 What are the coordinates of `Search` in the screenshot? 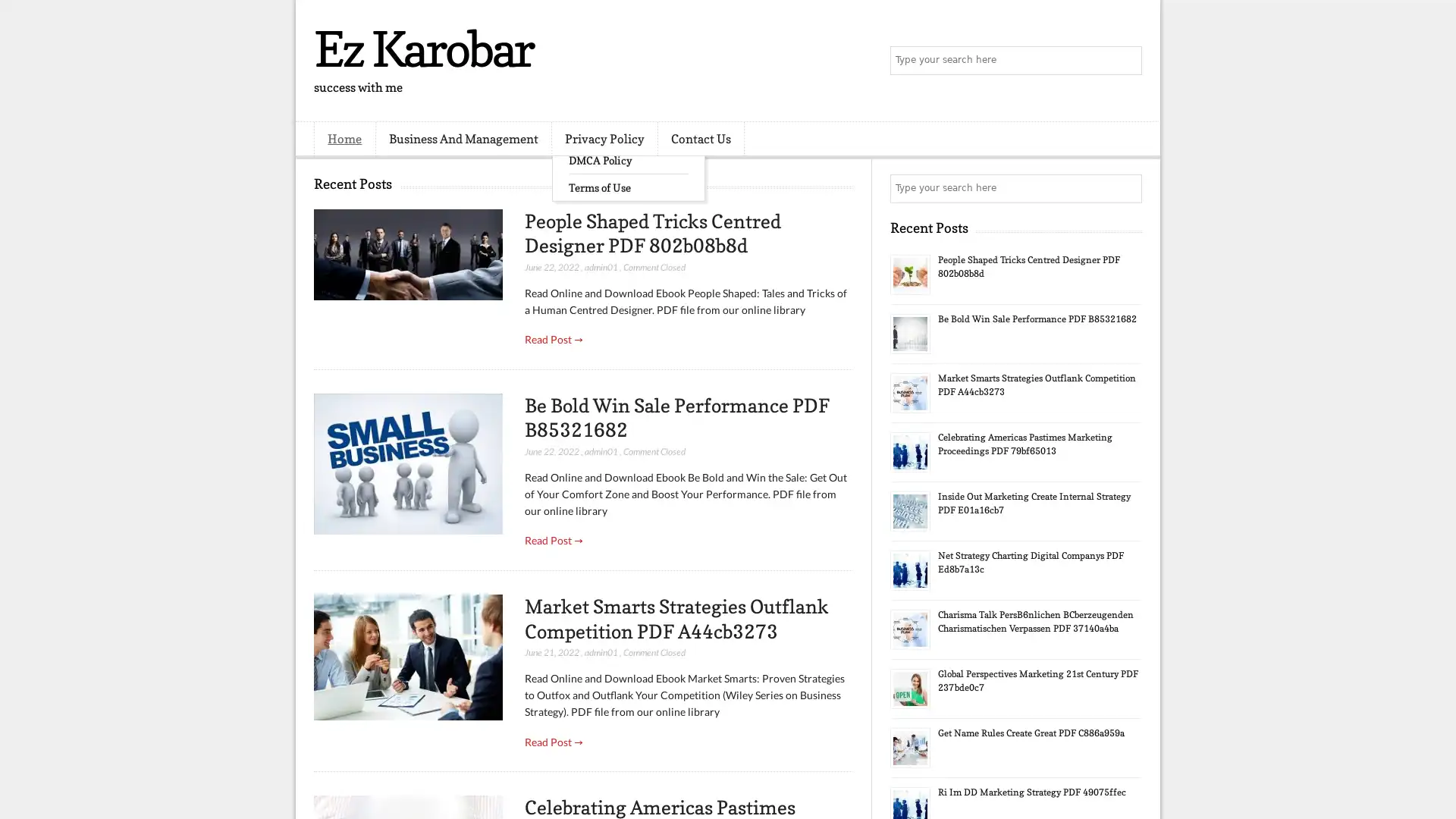 It's located at (1126, 61).